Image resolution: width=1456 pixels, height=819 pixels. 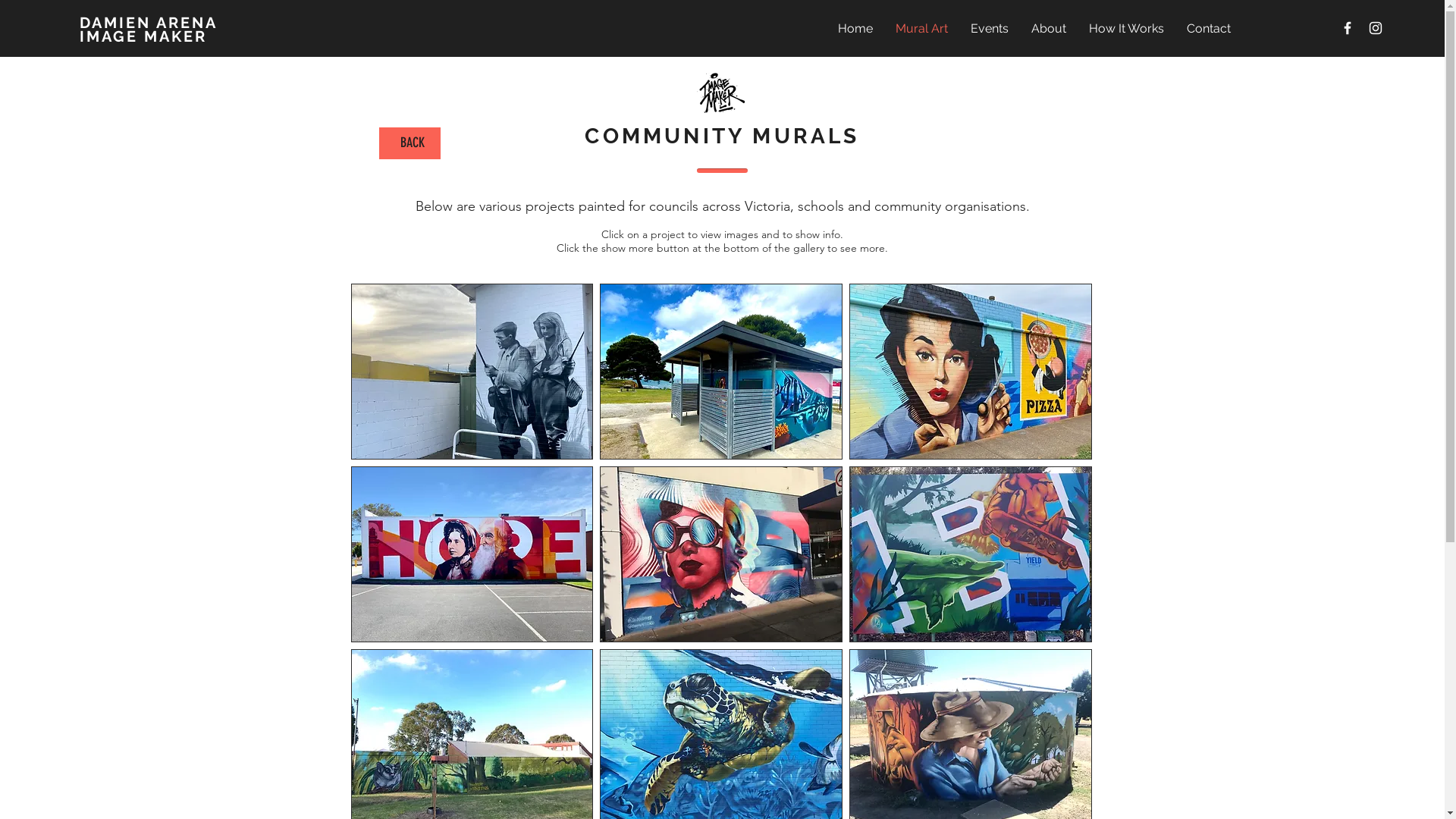 What do you see at coordinates (1207, 28) in the screenshot?
I see `'Contact'` at bounding box center [1207, 28].